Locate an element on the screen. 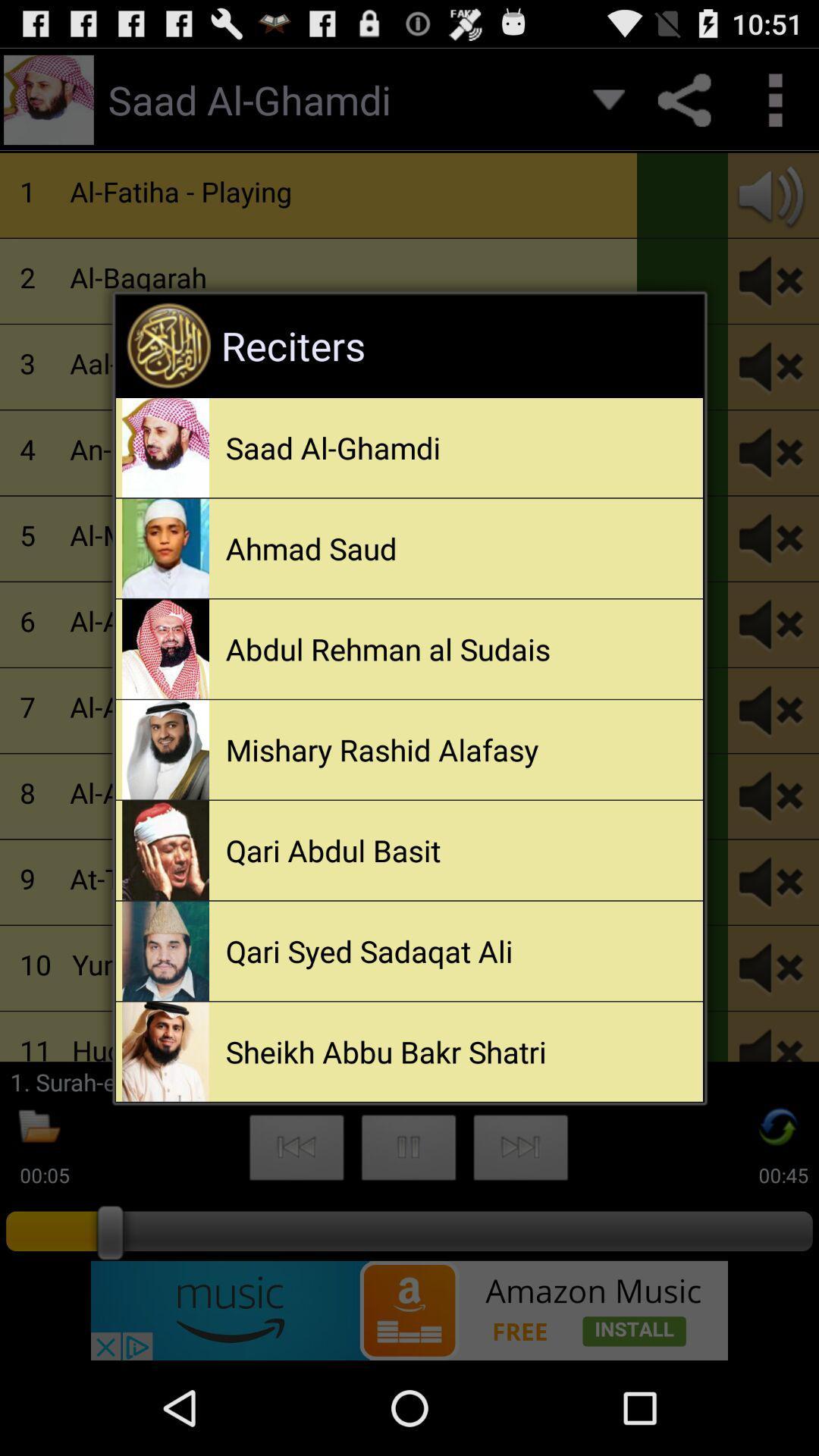  the share icon is located at coordinates (684, 106).